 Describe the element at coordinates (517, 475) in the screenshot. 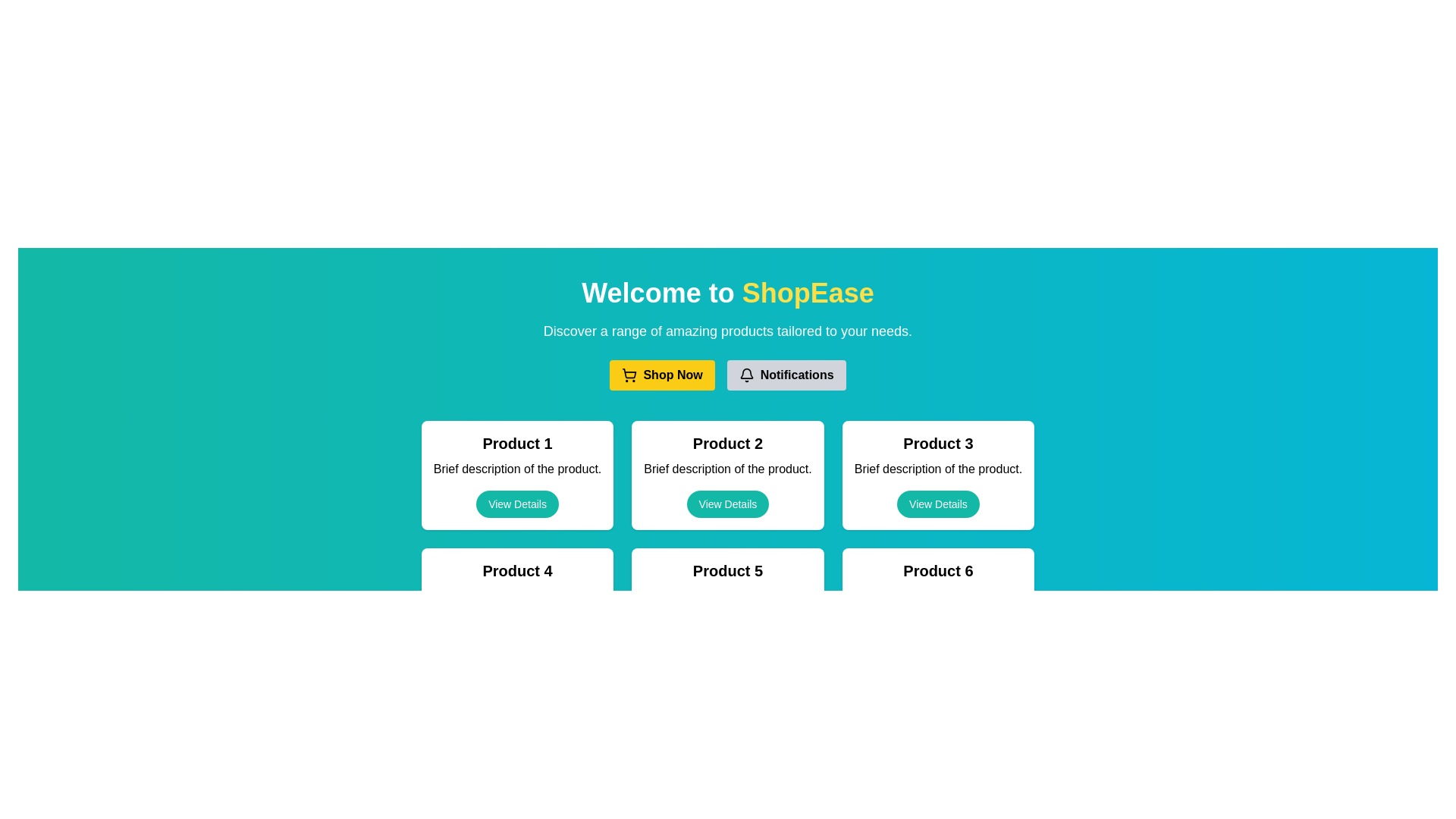

I see `the product overview card located in the top left of the grid display` at that location.